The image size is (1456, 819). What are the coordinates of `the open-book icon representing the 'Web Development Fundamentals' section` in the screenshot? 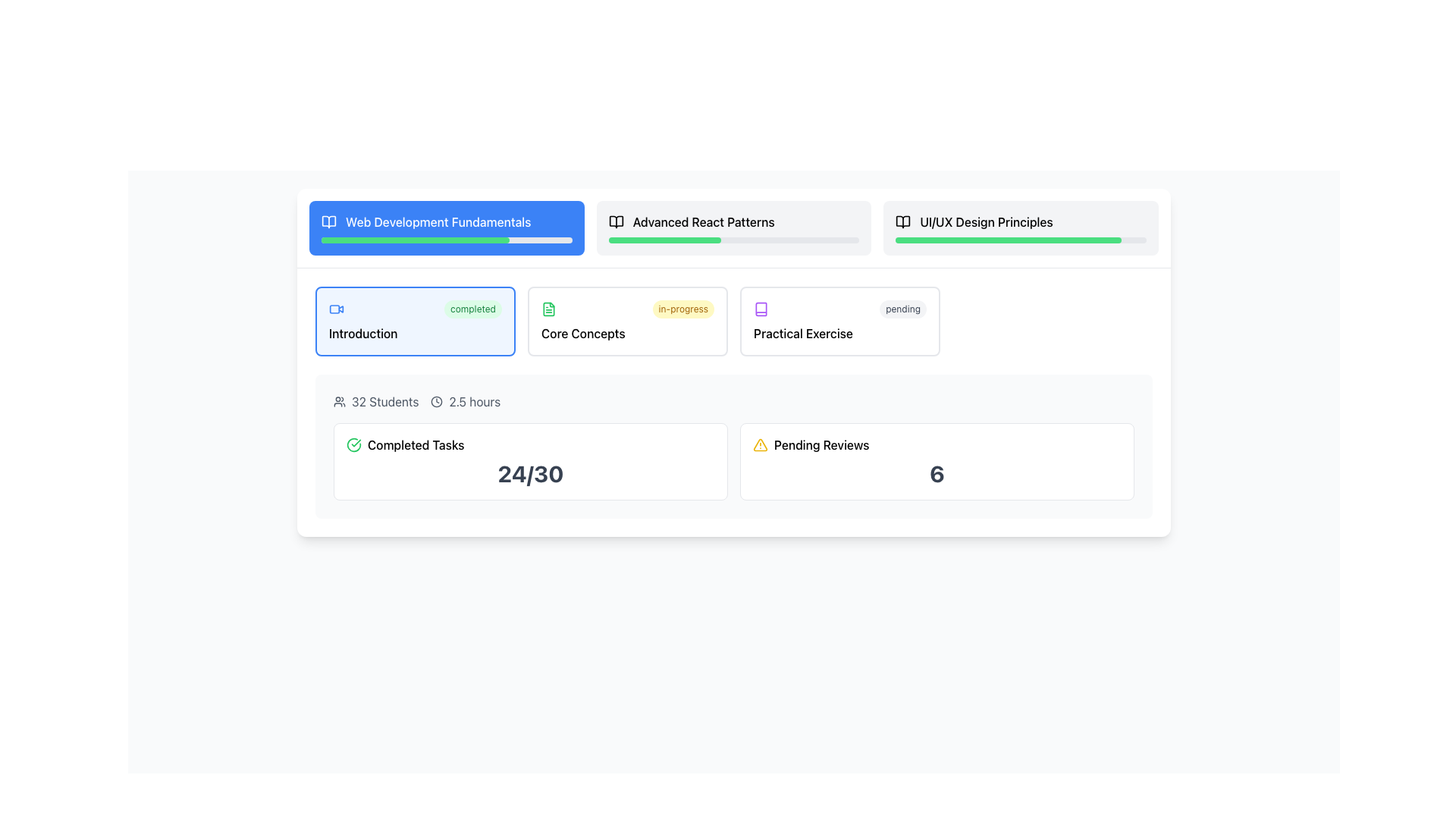 It's located at (328, 222).